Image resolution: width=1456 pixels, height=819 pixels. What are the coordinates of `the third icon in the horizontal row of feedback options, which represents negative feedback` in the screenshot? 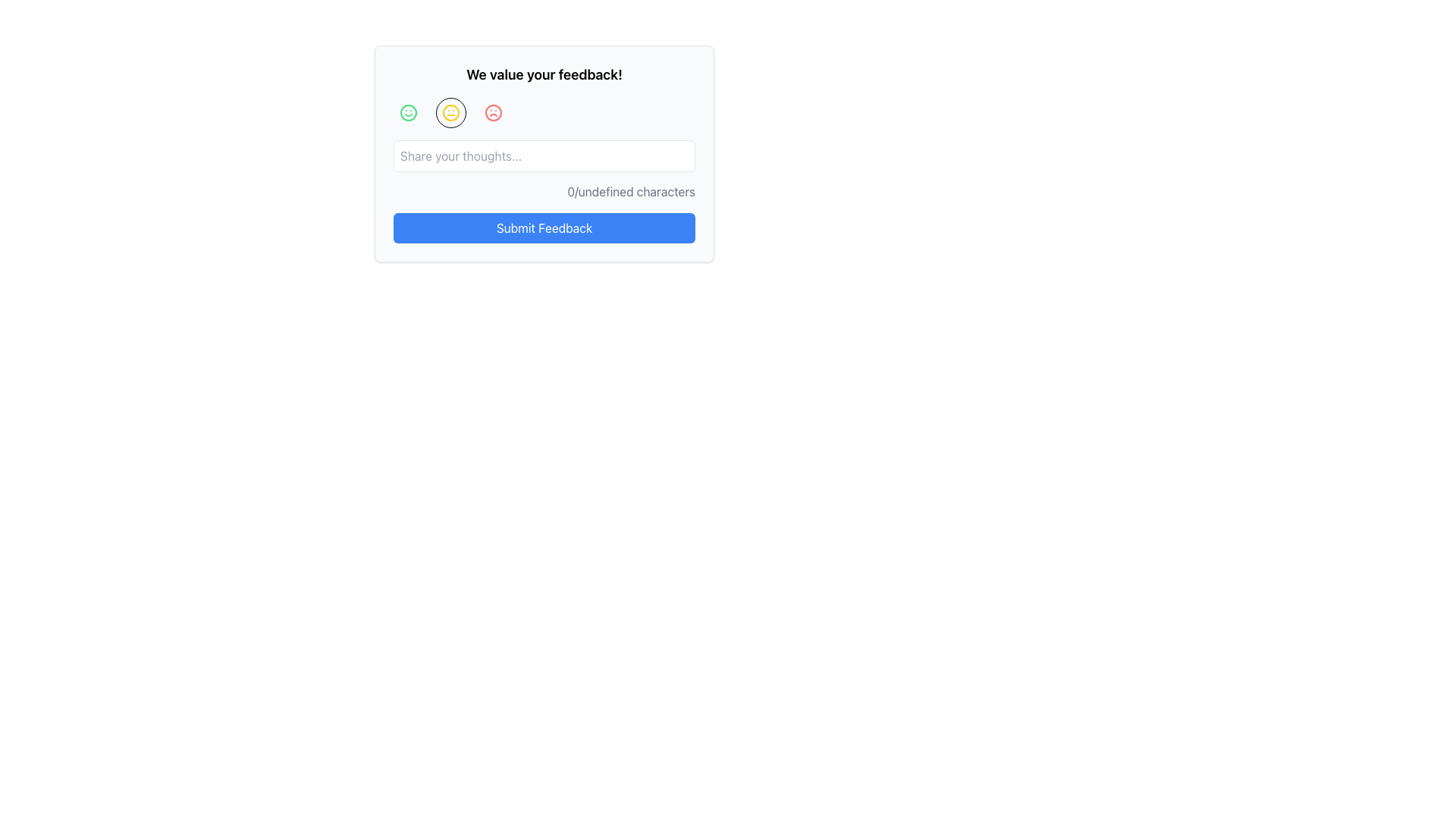 It's located at (494, 112).